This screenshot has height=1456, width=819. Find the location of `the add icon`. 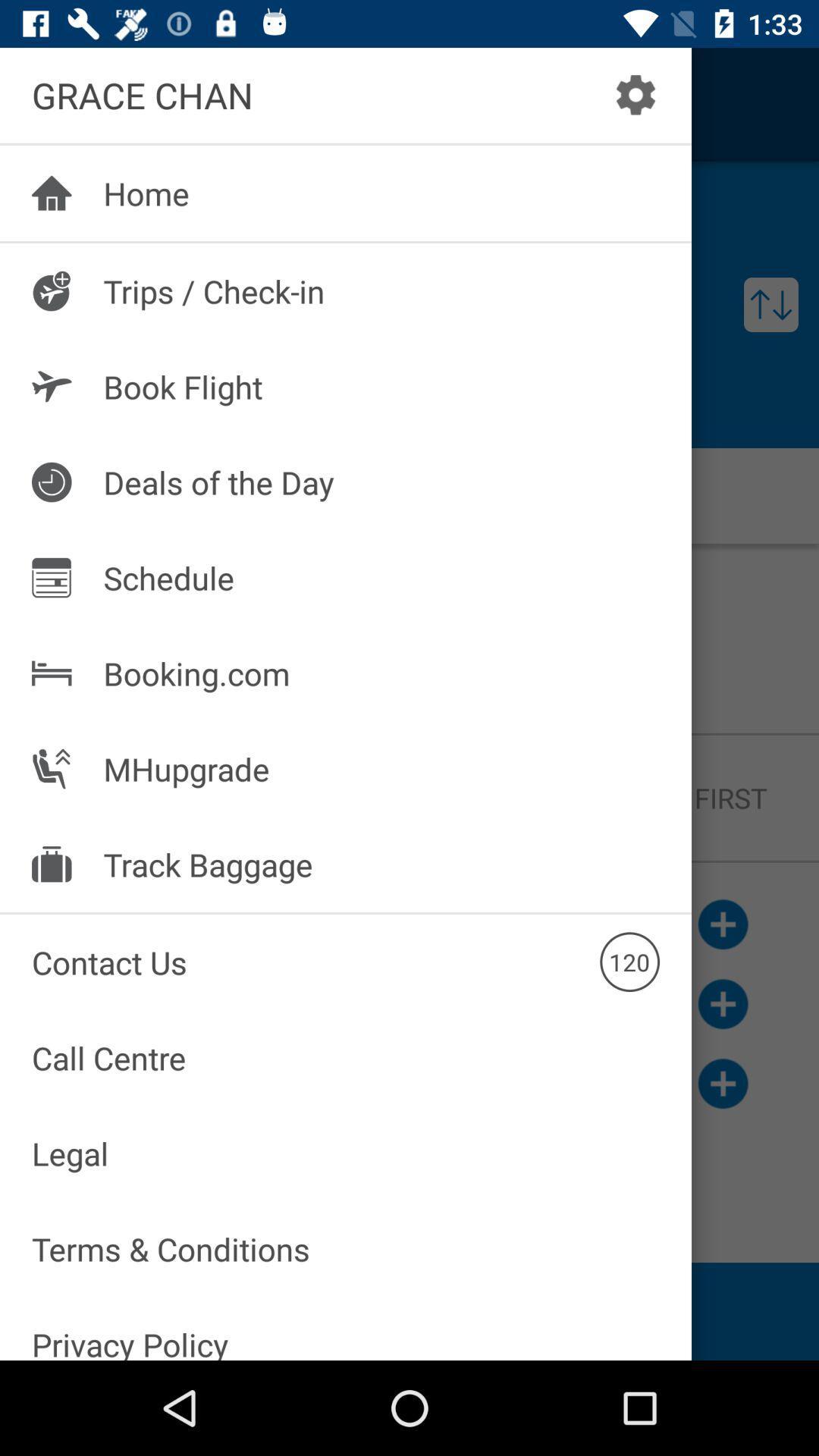

the add icon is located at coordinates (722, 924).